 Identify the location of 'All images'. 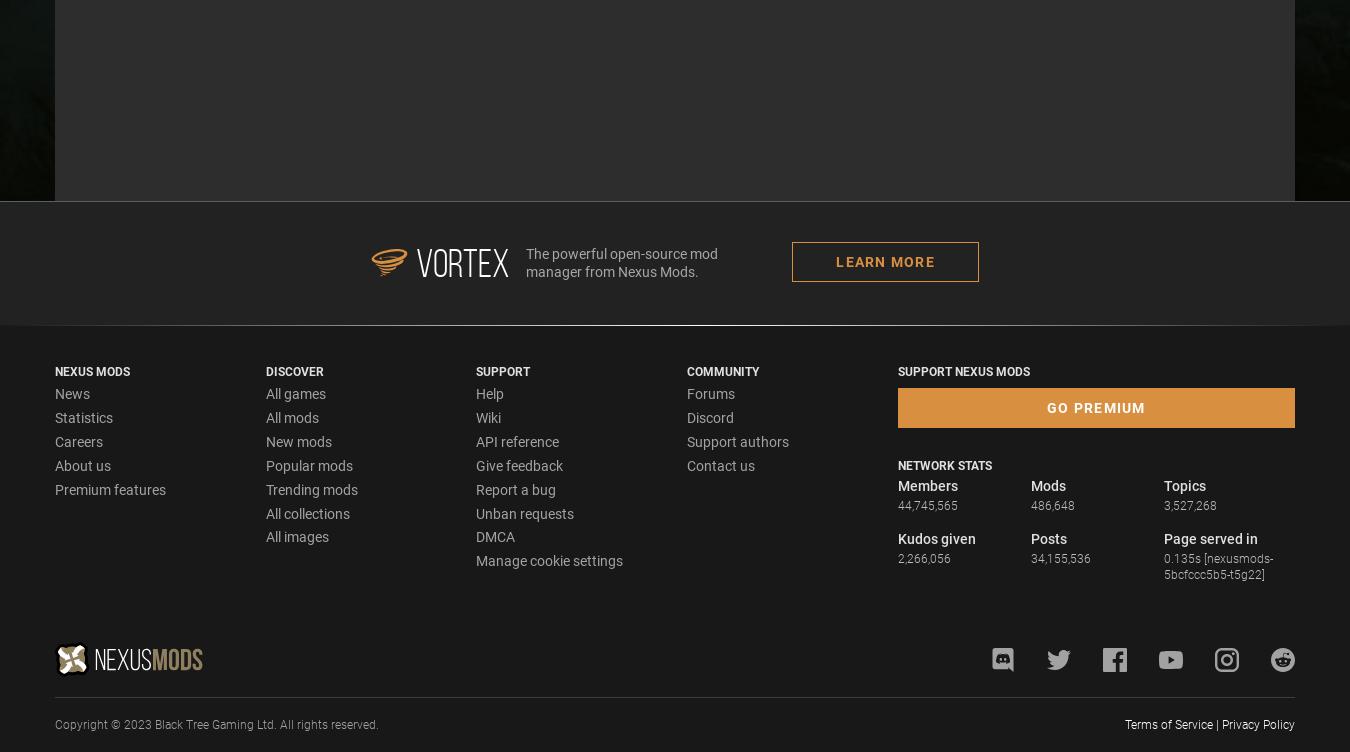
(295, 536).